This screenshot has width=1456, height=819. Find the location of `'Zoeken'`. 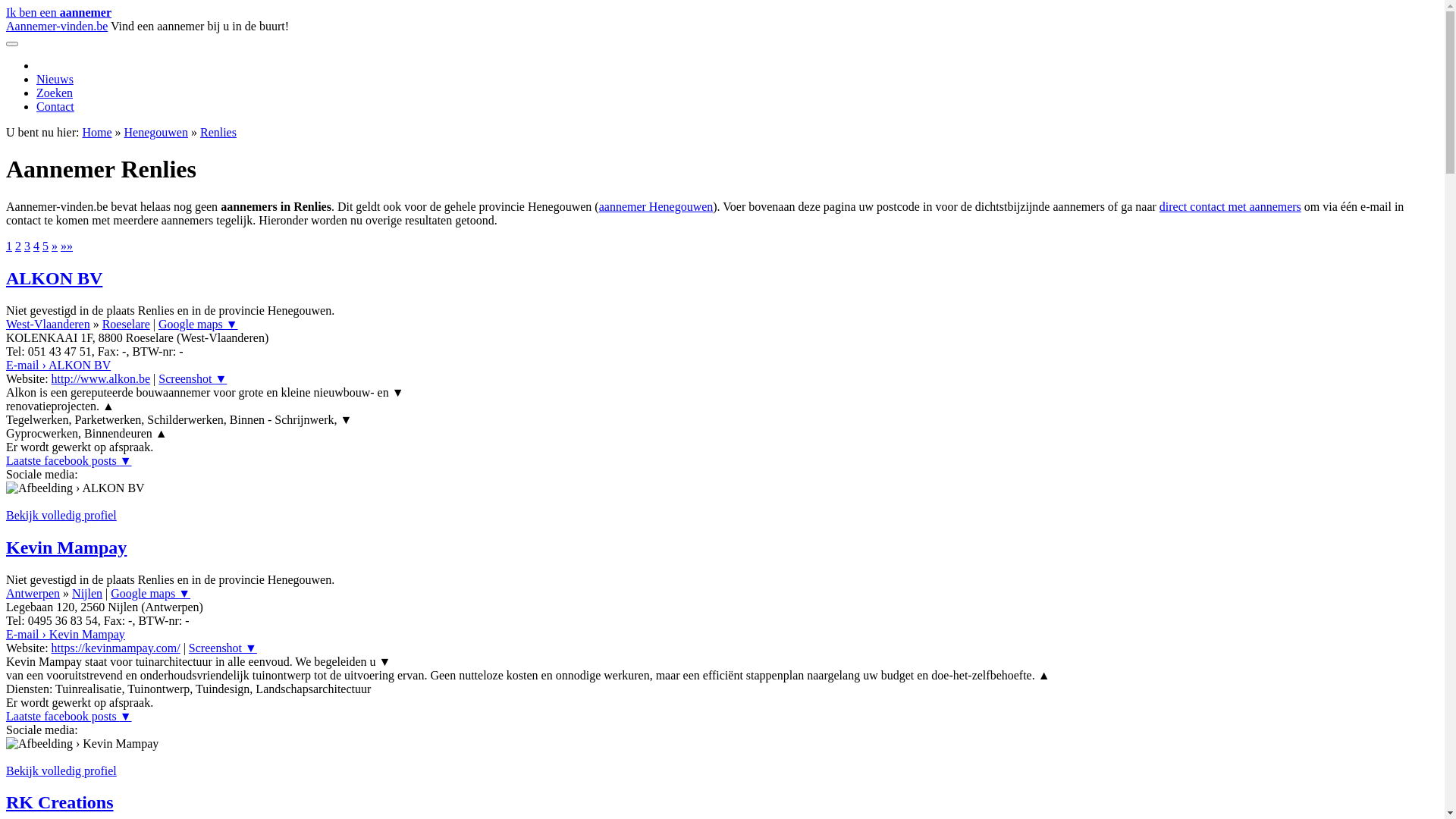

'Zoeken' is located at coordinates (55, 93).